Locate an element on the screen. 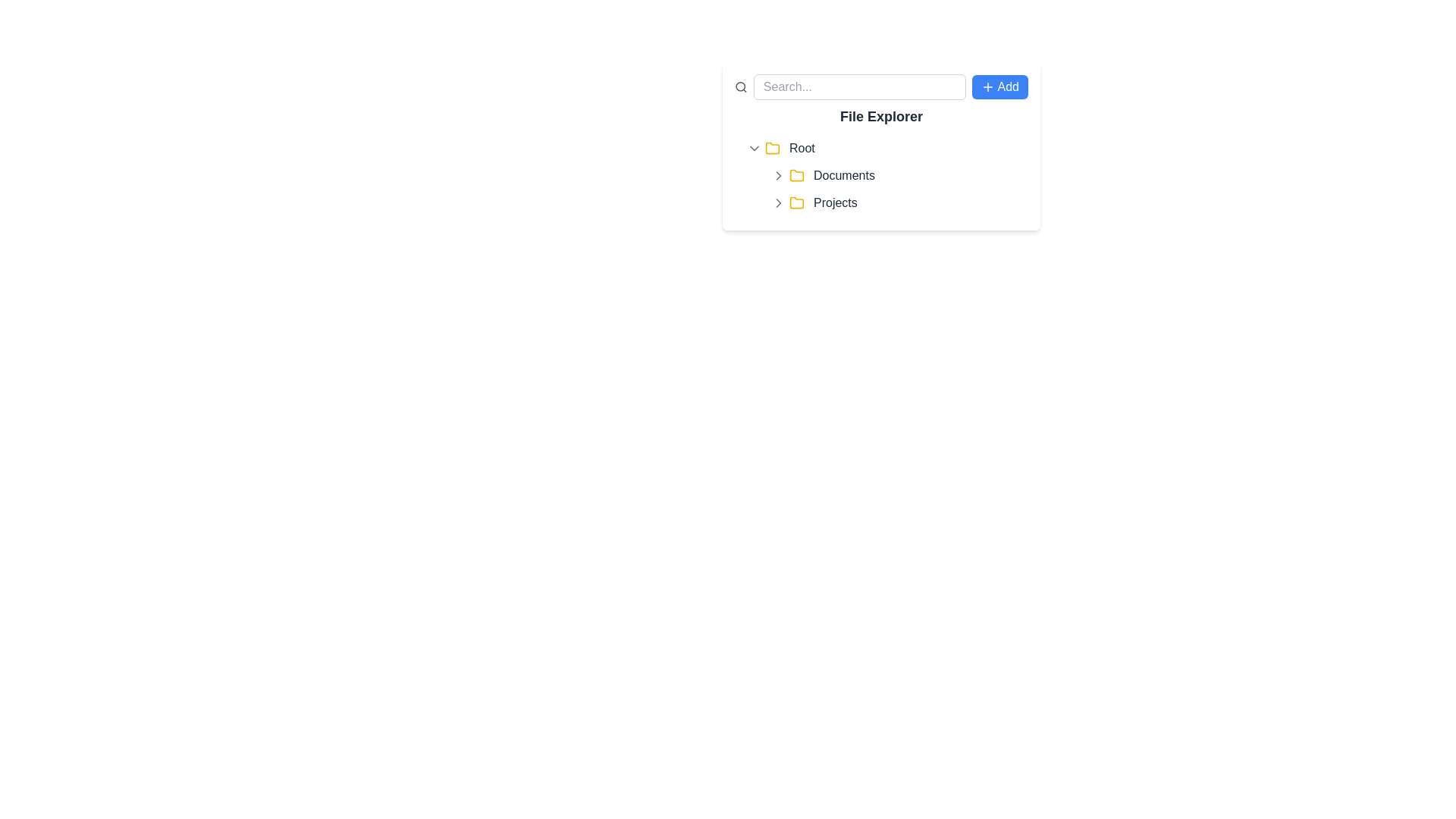 Image resolution: width=1456 pixels, height=819 pixels. the 'Root' label, which is styled with medium gray font and medium boldness, to understand the folder context is located at coordinates (801, 149).